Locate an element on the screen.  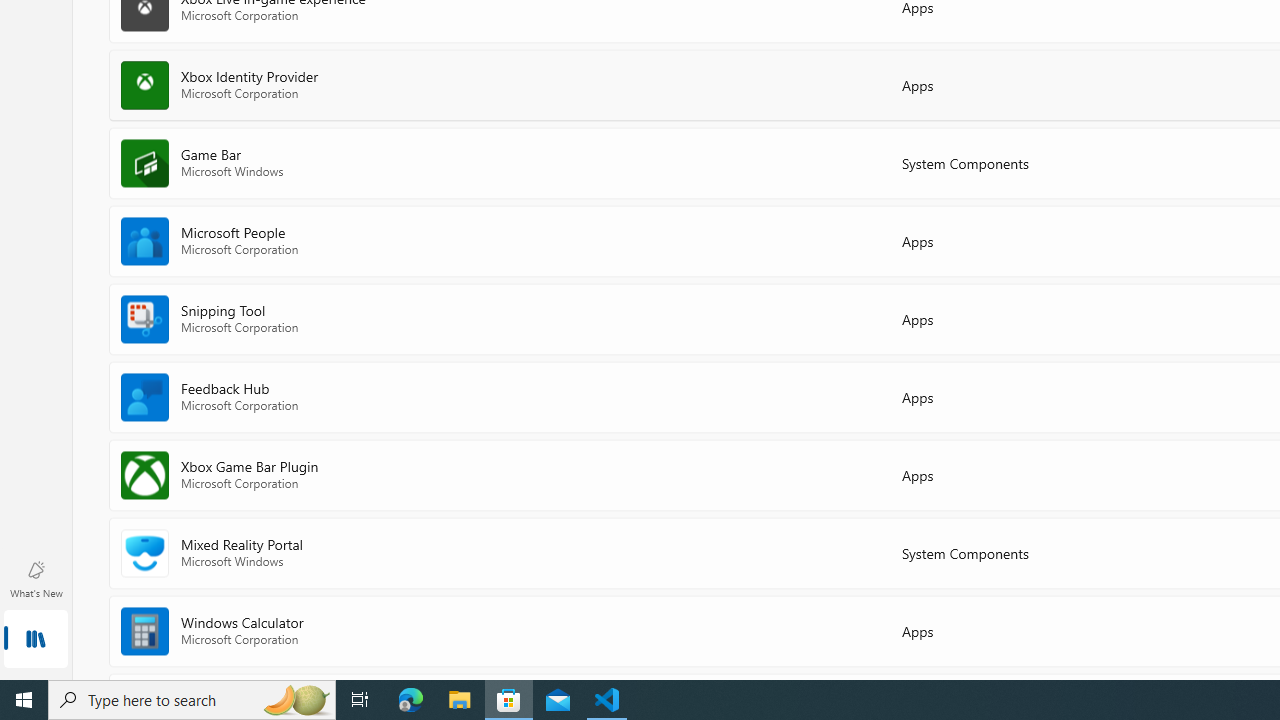
'What' is located at coordinates (35, 578).